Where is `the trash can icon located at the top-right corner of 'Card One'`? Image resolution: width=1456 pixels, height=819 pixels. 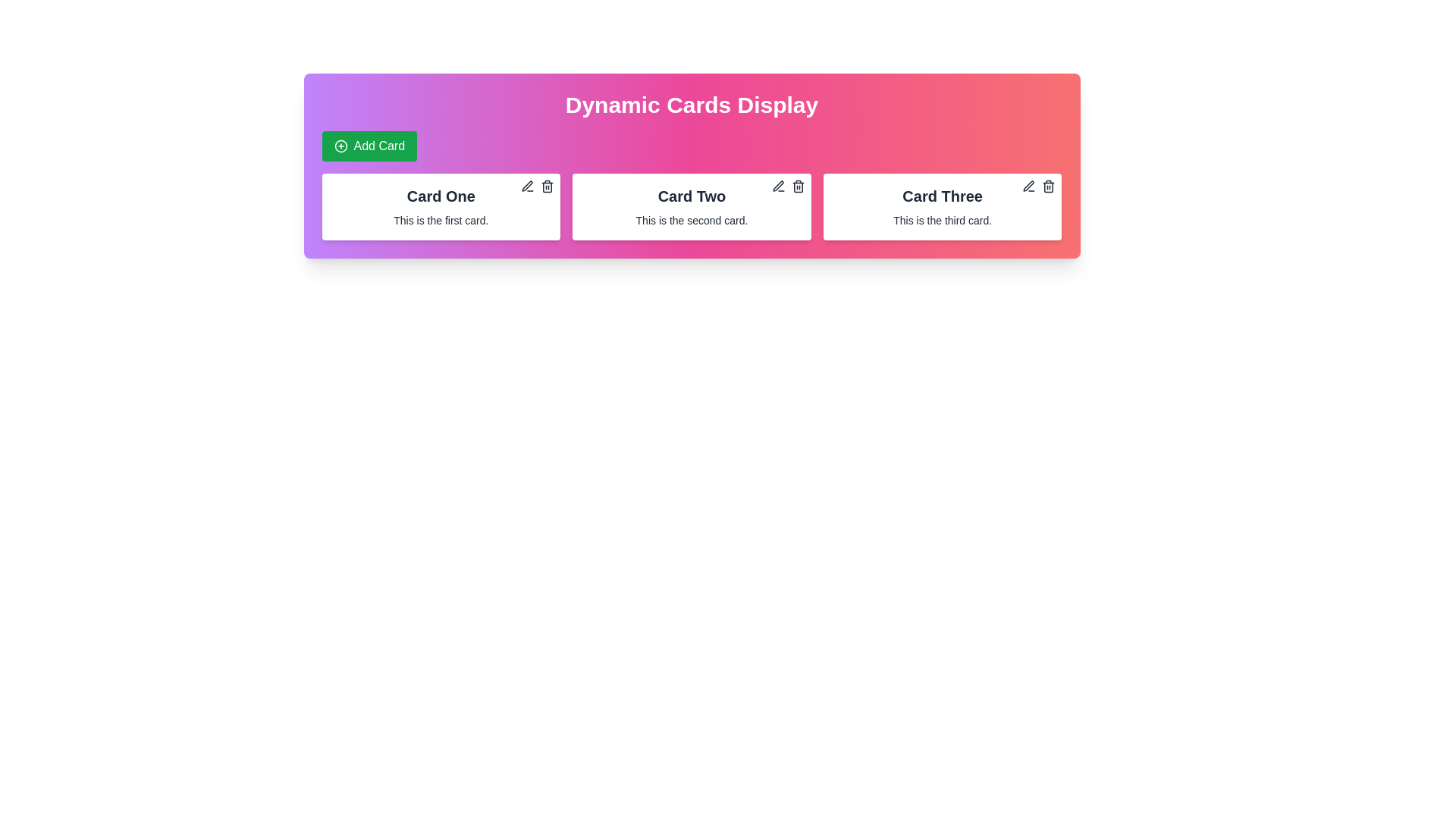 the trash can icon located at the top-right corner of 'Card One' is located at coordinates (547, 186).